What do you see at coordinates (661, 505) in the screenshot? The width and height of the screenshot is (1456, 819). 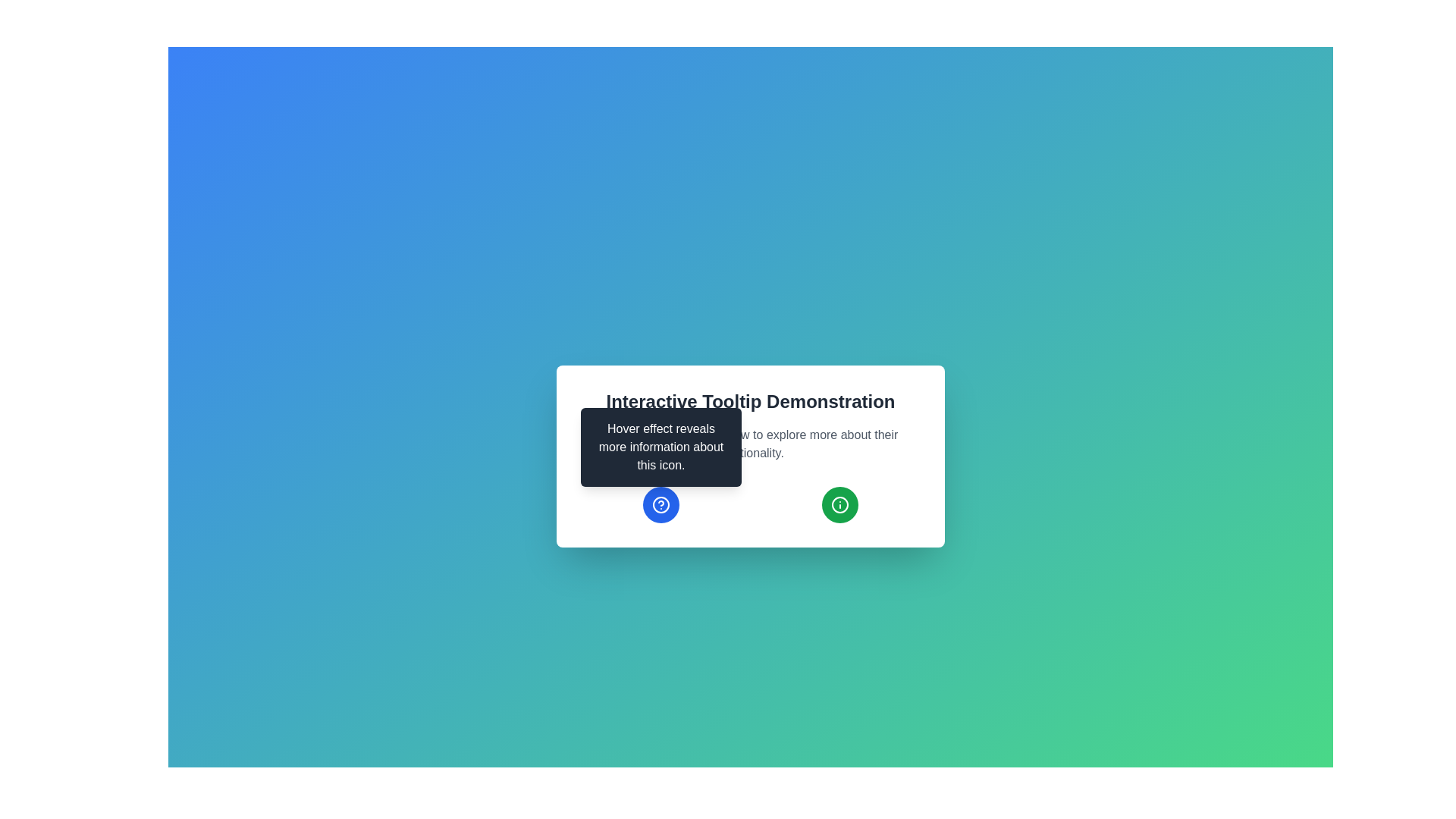 I see `the circular blue button with a white border and question mark icon located in the lower-left part of the two-column grid layout` at bounding box center [661, 505].